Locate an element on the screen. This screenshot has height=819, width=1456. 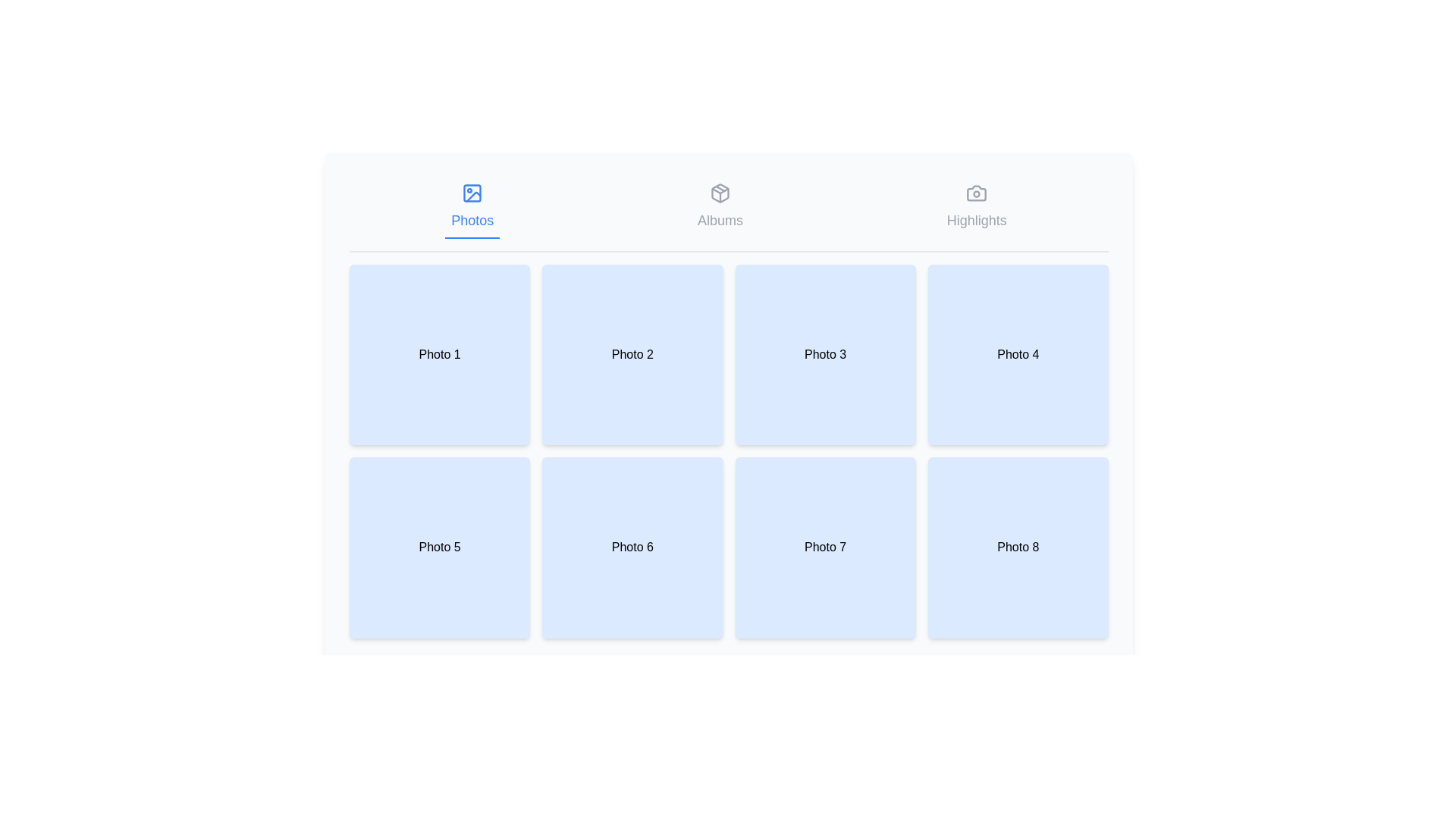
the Highlights tab by clicking on its label is located at coordinates (977, 207).